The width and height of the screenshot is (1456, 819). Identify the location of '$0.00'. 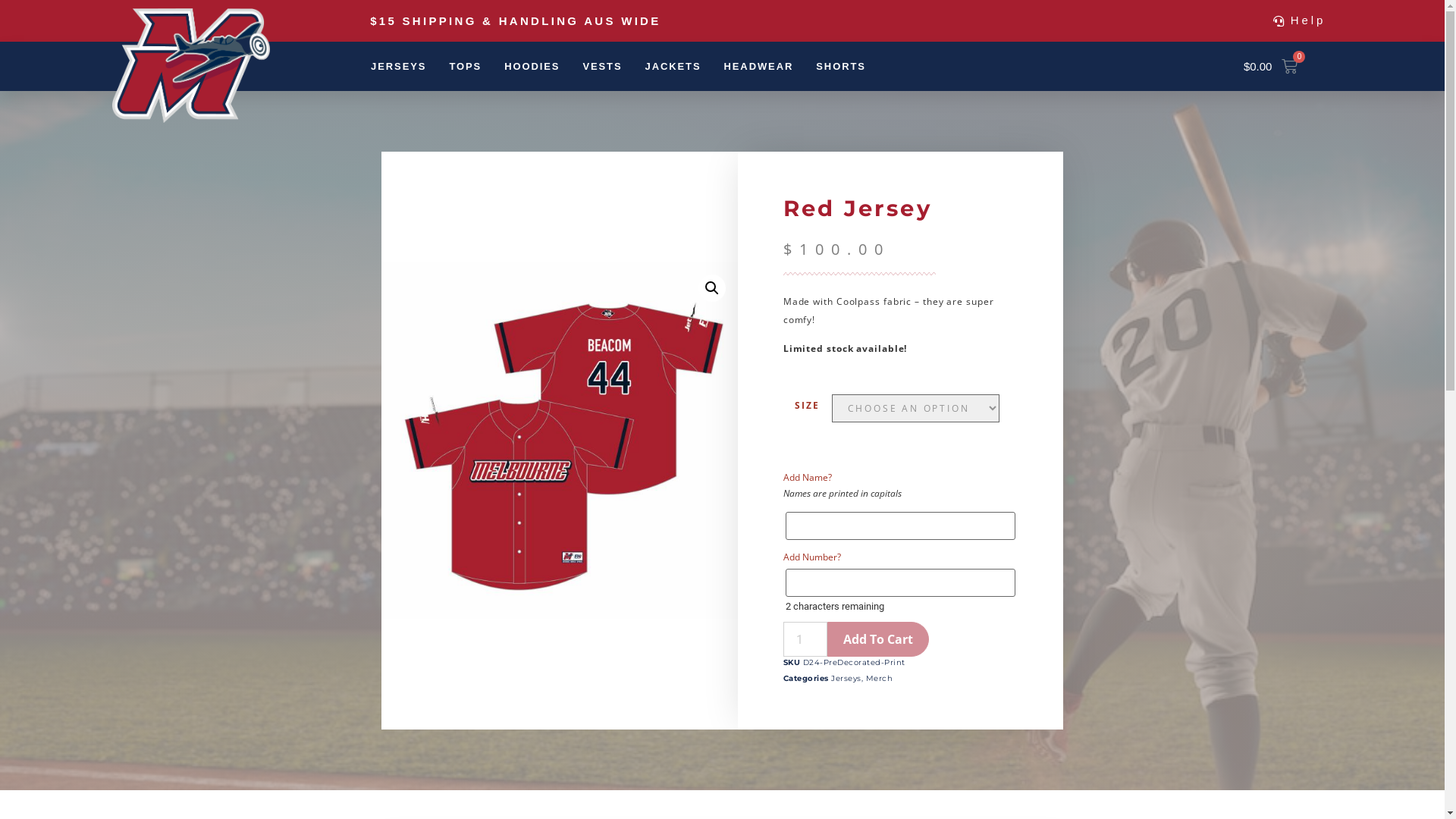
(1225, 65).